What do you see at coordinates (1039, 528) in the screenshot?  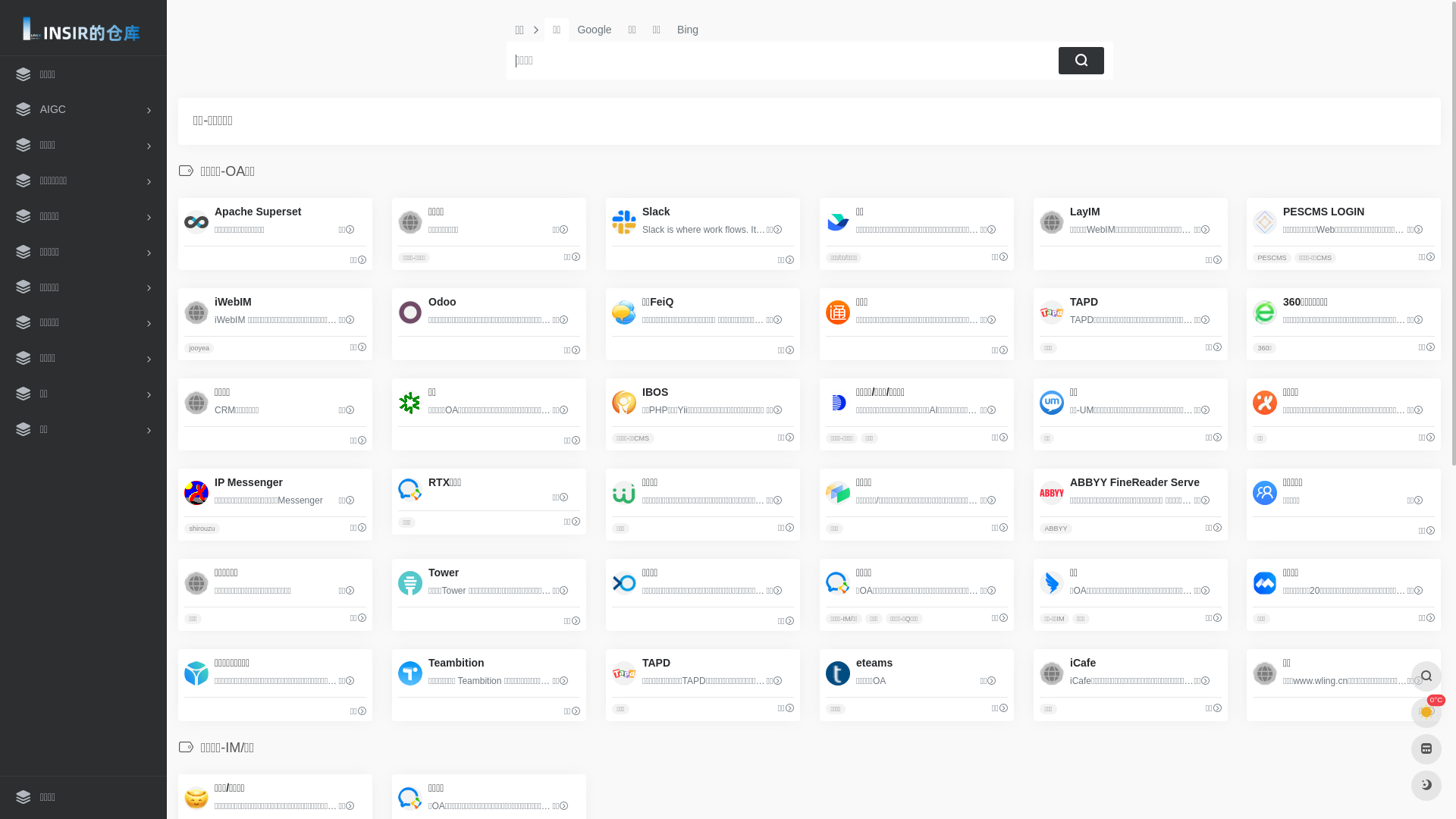 I see `'ABBYY'` at bounding box center [1039, 528].